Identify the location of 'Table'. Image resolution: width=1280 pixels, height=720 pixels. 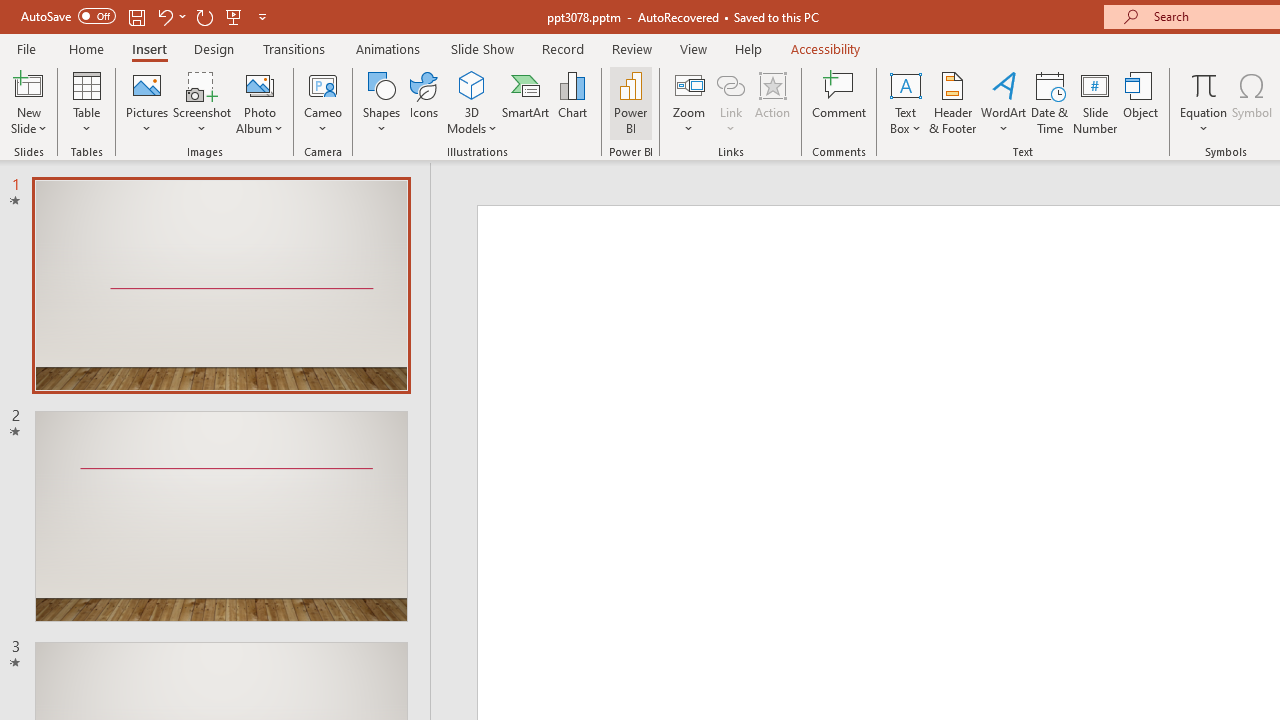
(86, 103).